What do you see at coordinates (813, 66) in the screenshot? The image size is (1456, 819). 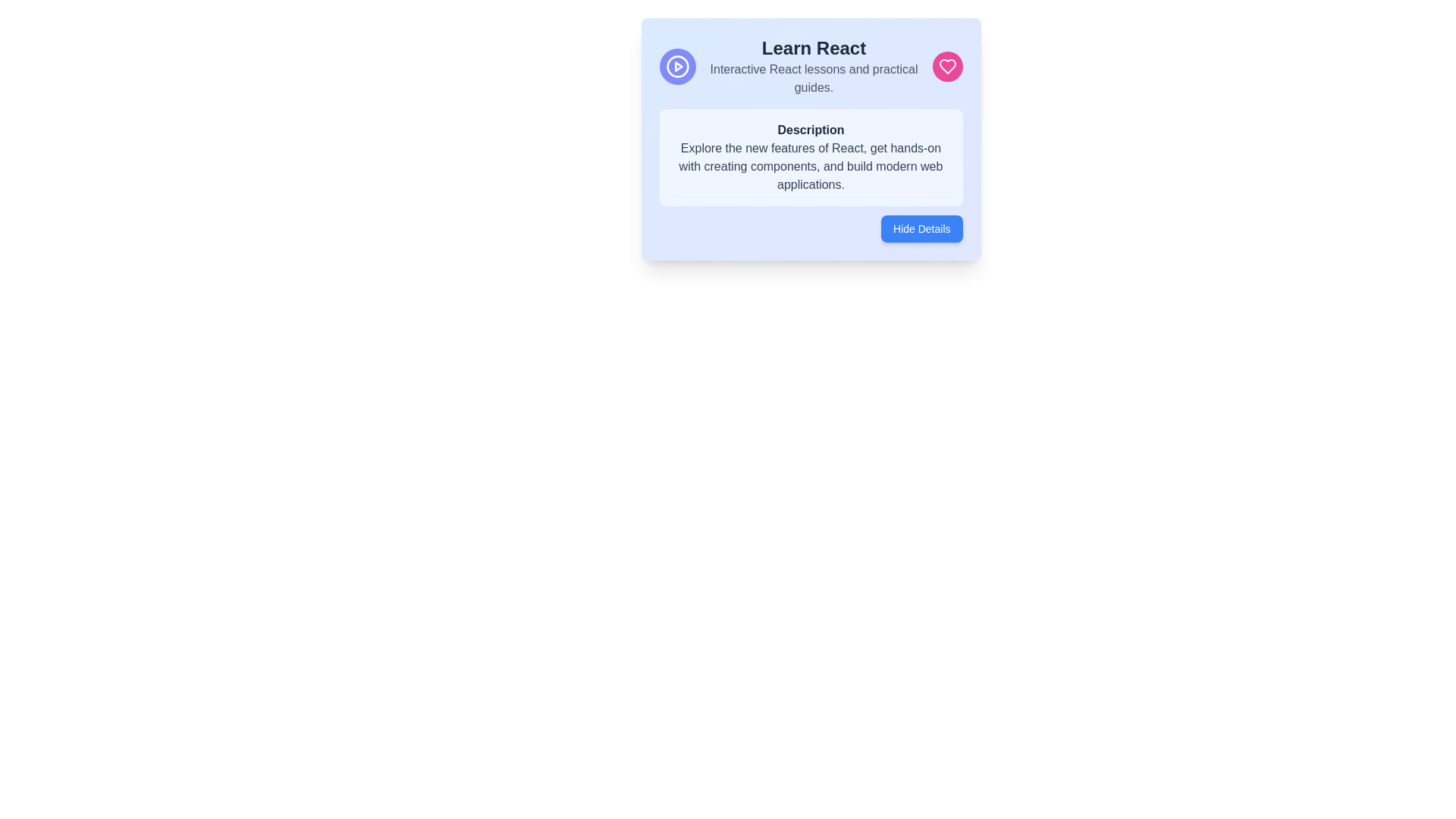 I see `the text block featuring the phrase 'Learn React' and its descriptive text 'Interactive React lessons and practical guides.'` at bounding box center [813, 66].